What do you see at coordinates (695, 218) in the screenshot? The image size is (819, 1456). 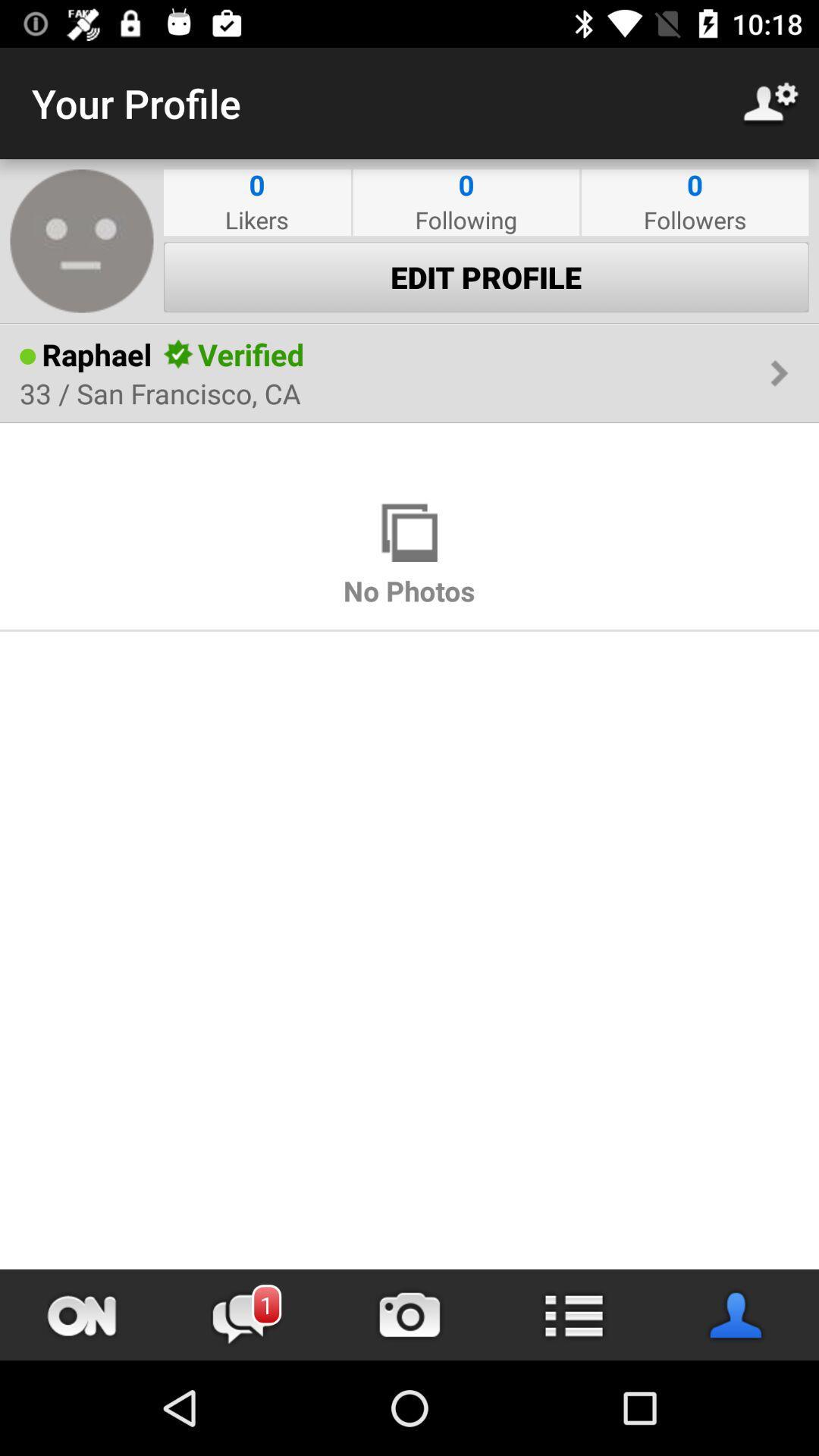 I see `icon below the 0 item` at bounding box center [695, 218].